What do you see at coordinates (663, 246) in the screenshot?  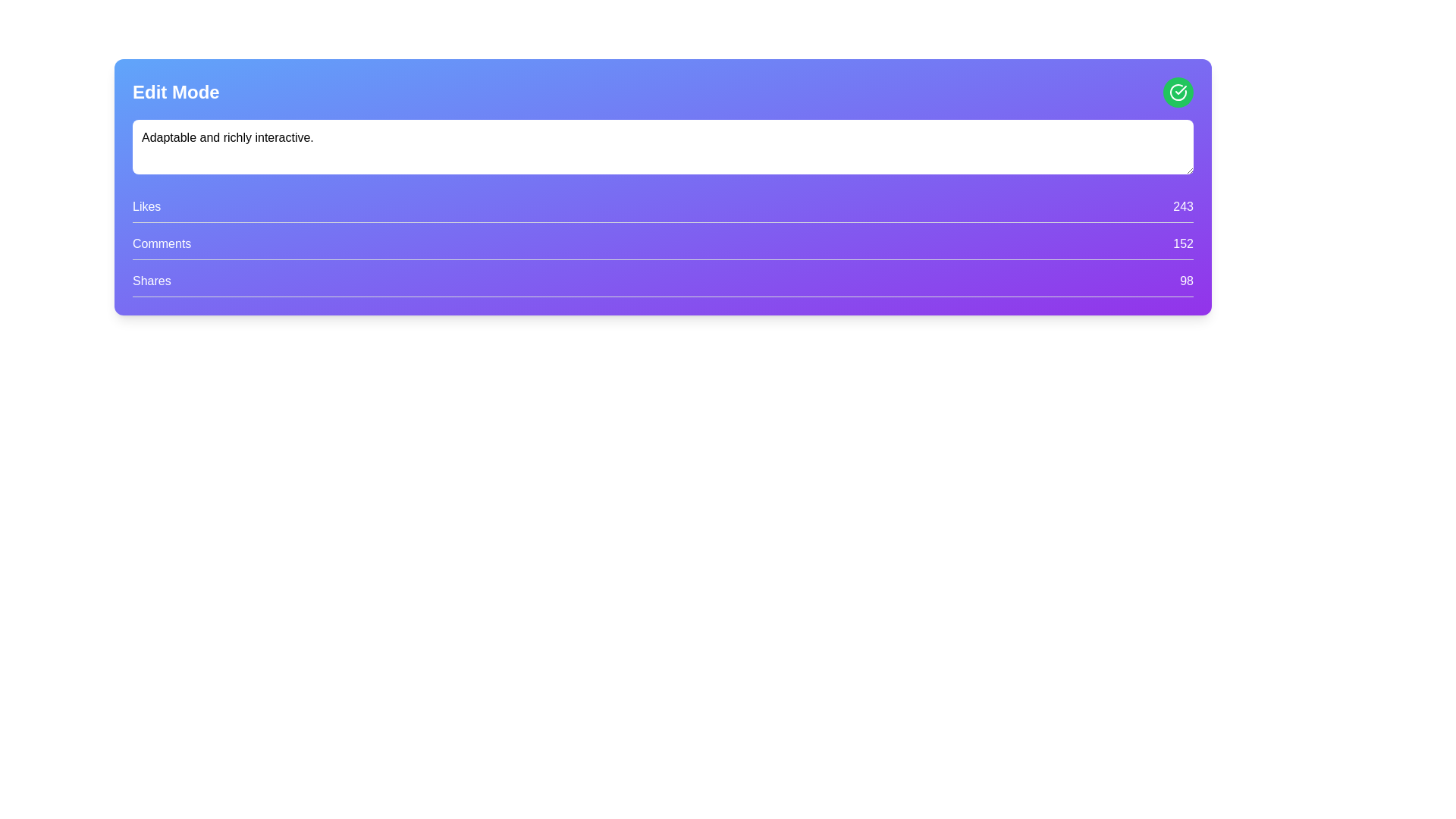 I see `the informational display section that shows the total number of comments, positioned between the 'Likes' and 'Shares' elements` at bounding box center [663, 246].